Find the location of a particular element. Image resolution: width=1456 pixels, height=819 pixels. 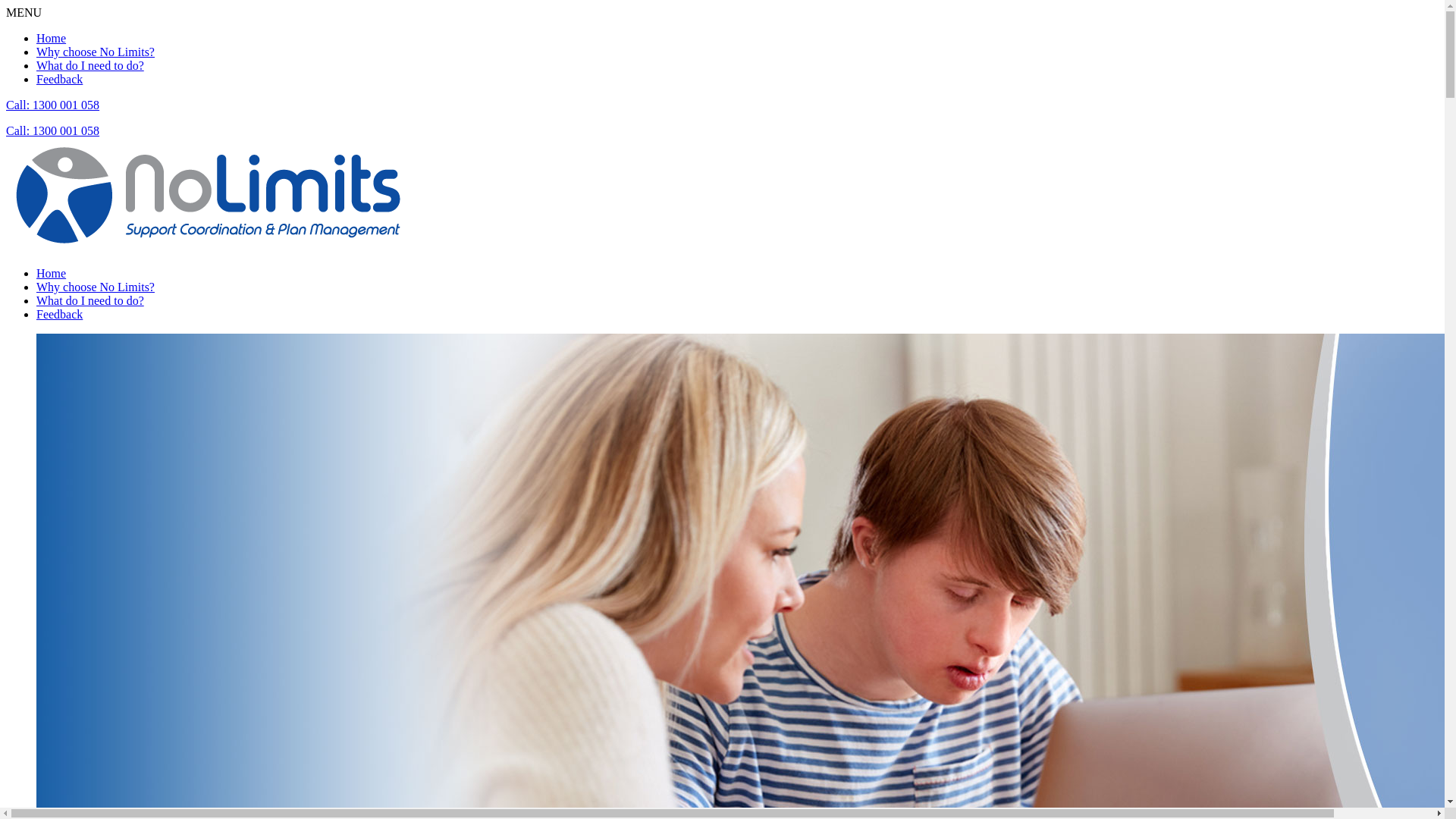

'Why choose No Limits?' is located at coordinates (94, 287).